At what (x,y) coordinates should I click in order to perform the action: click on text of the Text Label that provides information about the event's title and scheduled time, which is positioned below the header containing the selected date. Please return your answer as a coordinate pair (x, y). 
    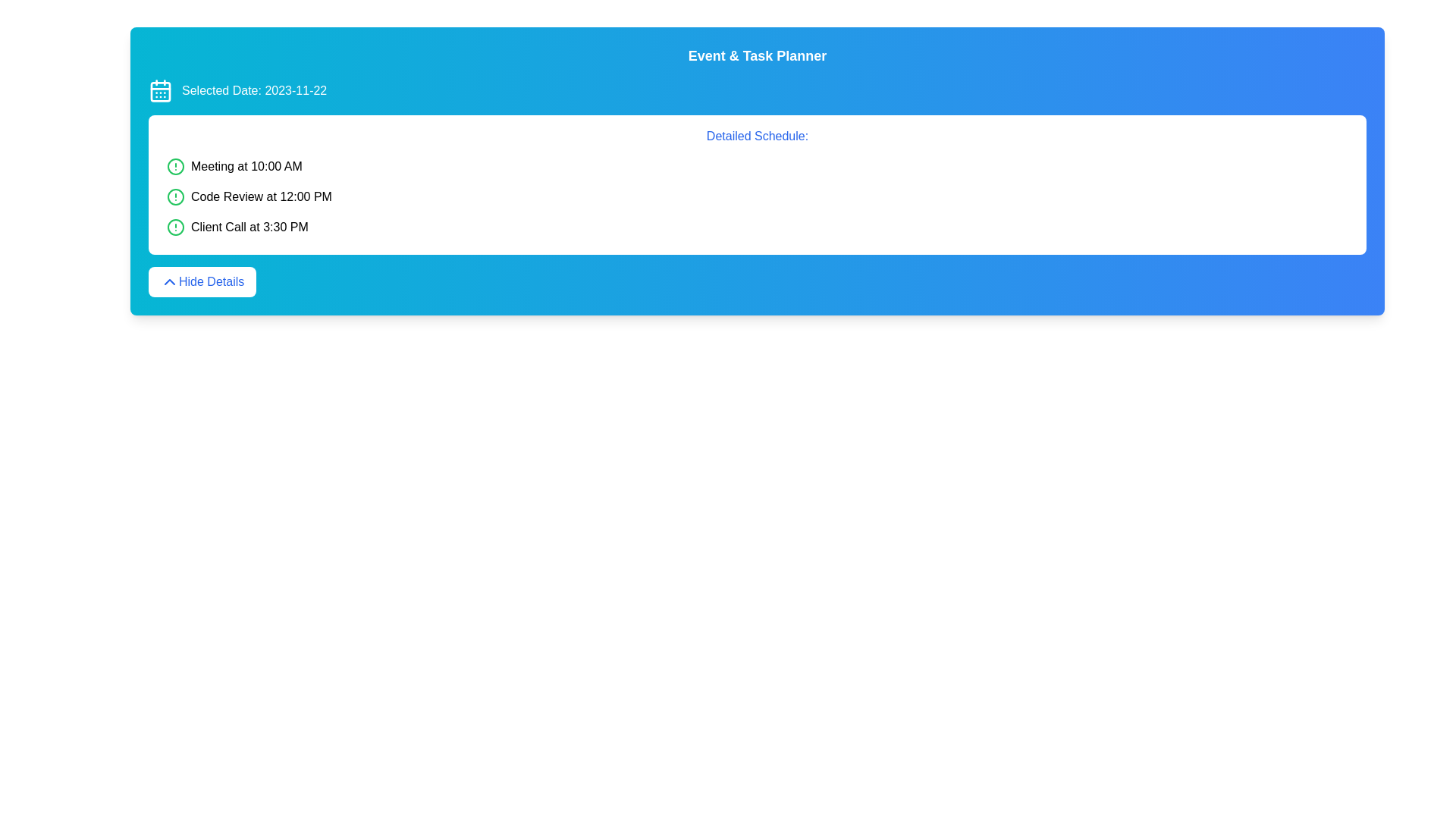
    Looking at the image, I should click on (246, 166).